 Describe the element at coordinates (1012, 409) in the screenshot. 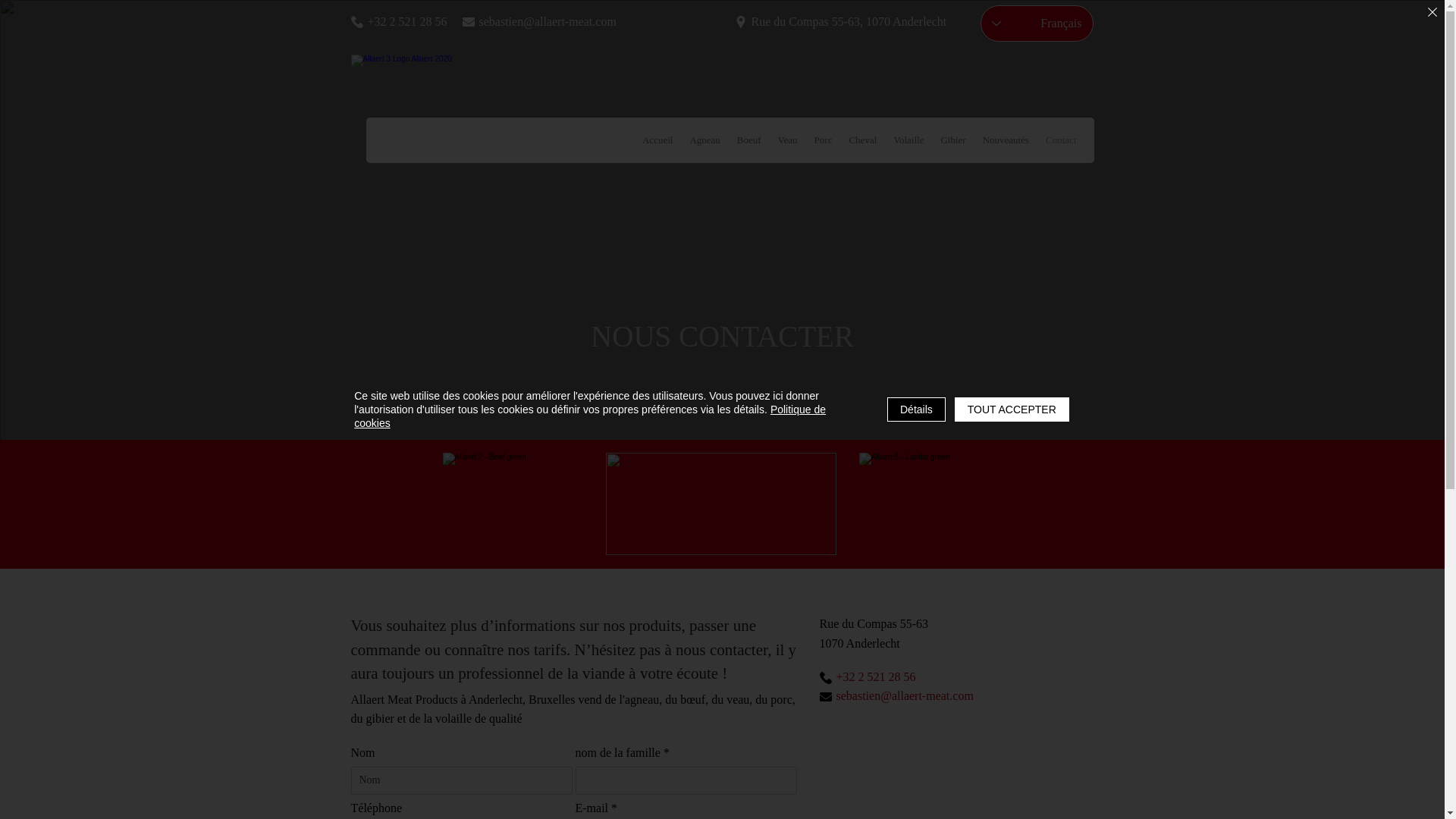

I see `'TOUT ACCEPTER'` at that location.